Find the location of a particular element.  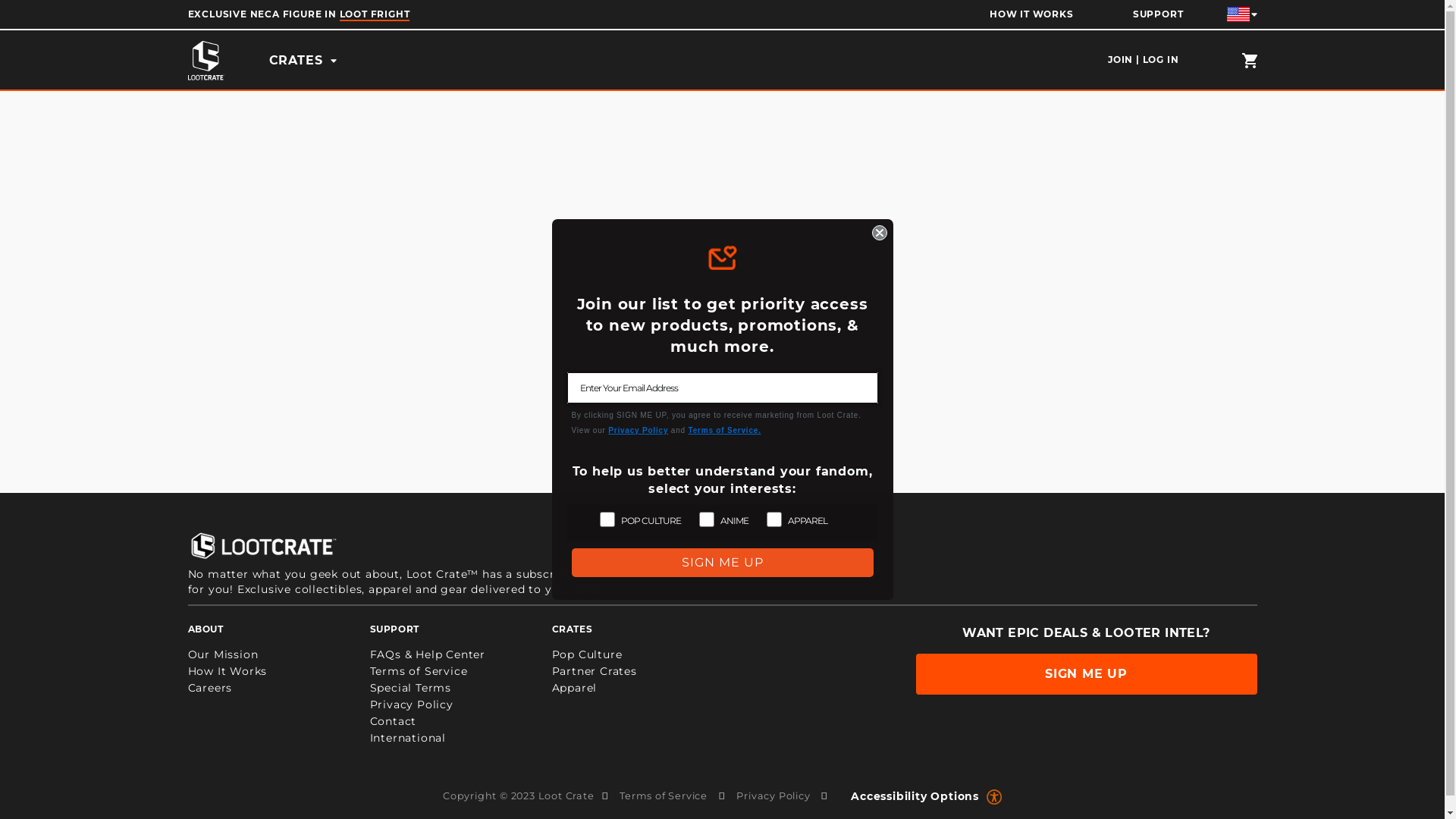

'Terms of Service.' is located at coordinates (723, 429).